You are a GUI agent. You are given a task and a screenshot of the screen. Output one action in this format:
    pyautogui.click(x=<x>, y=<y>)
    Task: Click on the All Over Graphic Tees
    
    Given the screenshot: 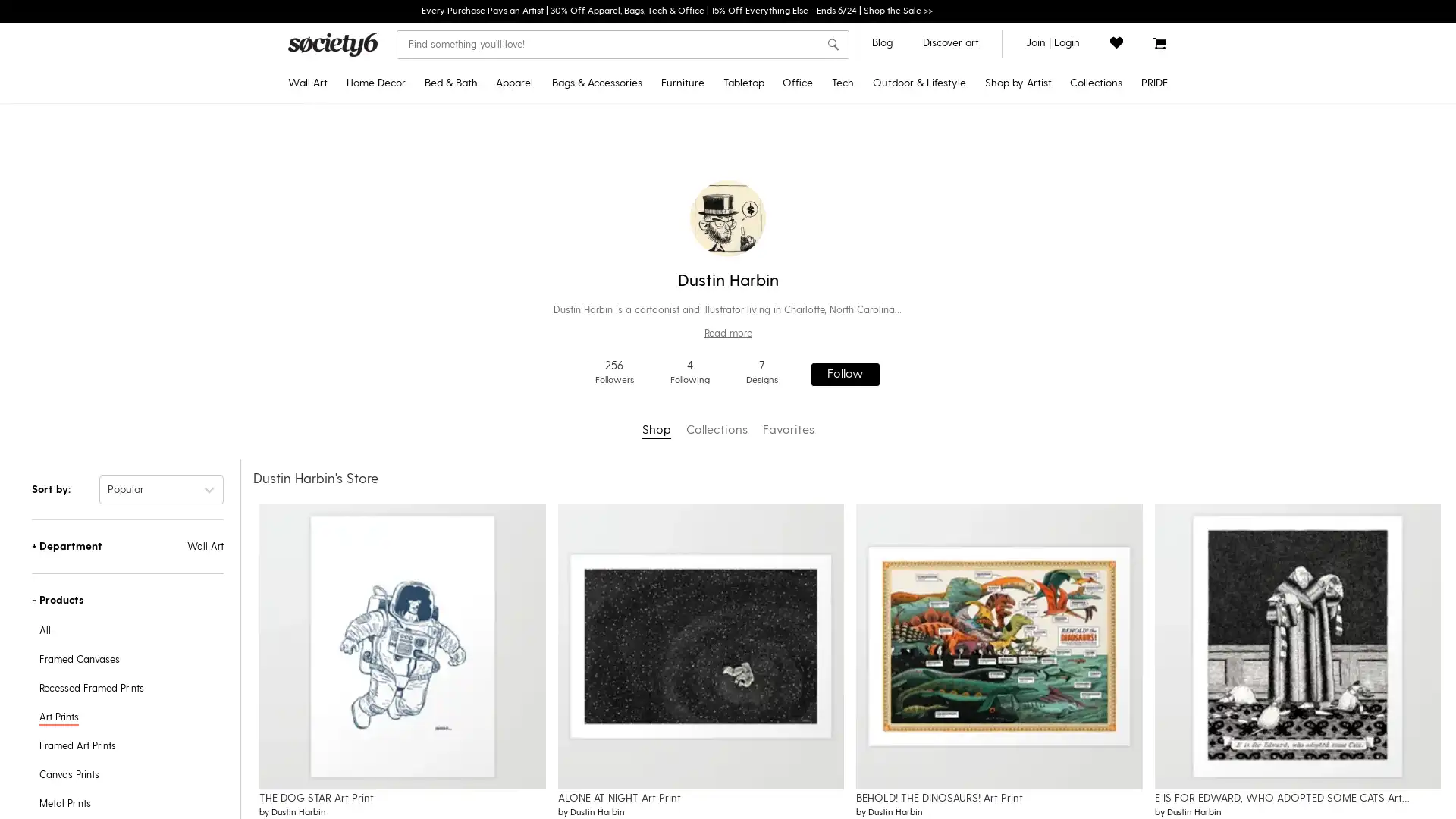 What is the action you would take?
    pyautogui.click(x=562, y=219)
    